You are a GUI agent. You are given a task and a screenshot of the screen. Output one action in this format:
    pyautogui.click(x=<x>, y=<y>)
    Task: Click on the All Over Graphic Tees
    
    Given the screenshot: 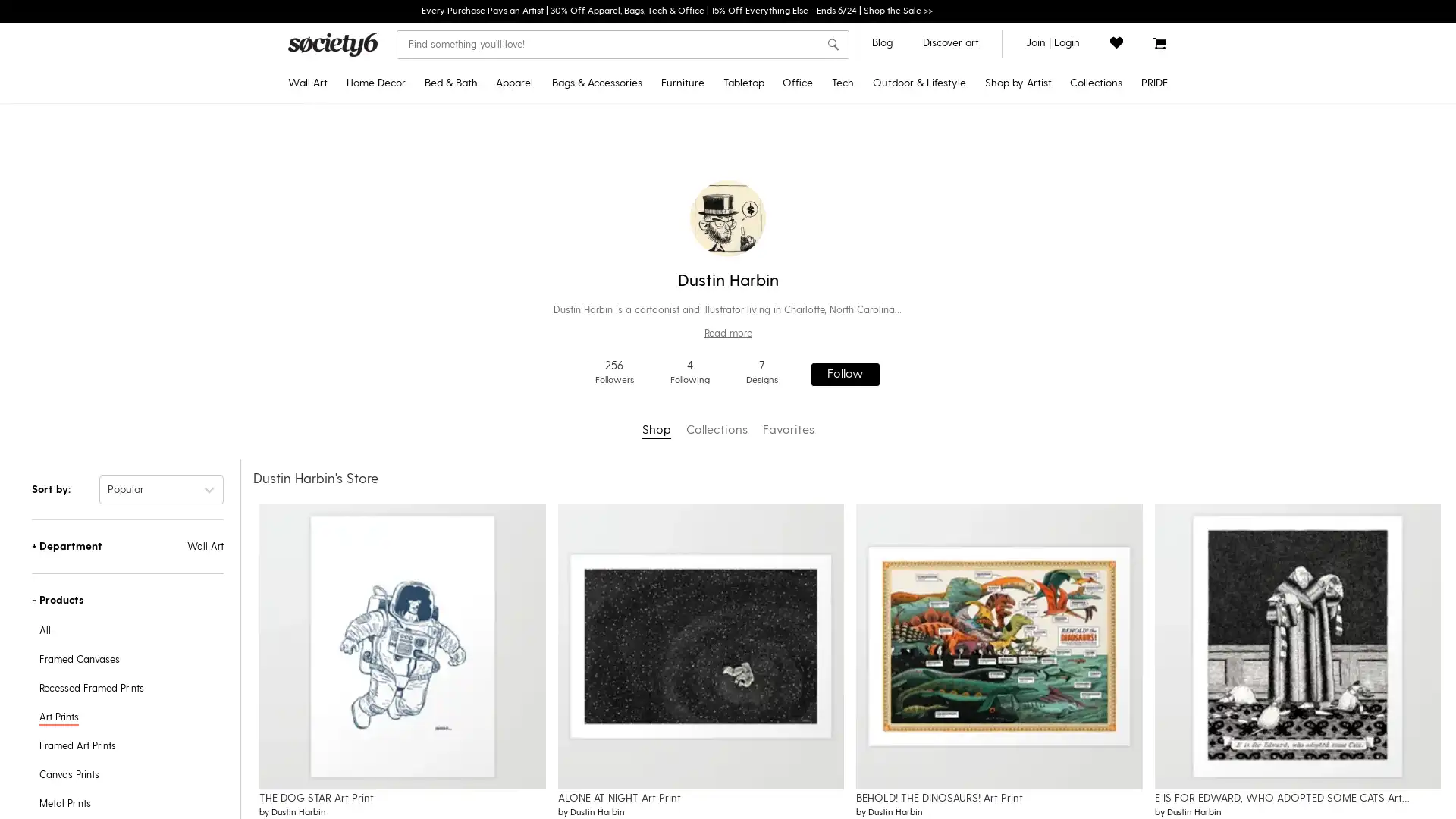 What is the action you would take?
    pyautogui.click(x=562, y=219)
    